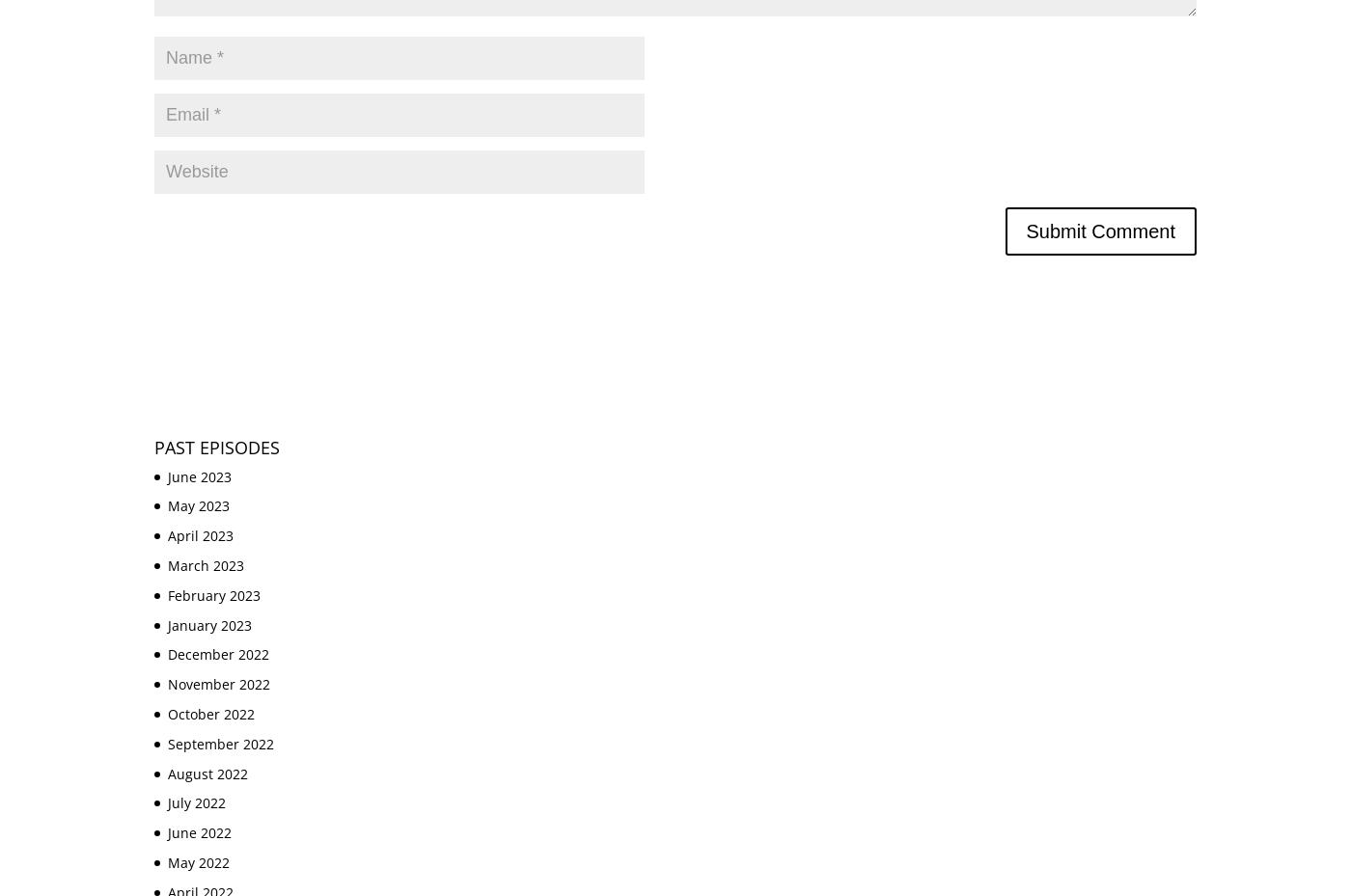 The image size is (1351, 896). What do you see at coordinates (201, 535) in the screenshot?
I see `'April 2023'` at bounding box center [201, 535].